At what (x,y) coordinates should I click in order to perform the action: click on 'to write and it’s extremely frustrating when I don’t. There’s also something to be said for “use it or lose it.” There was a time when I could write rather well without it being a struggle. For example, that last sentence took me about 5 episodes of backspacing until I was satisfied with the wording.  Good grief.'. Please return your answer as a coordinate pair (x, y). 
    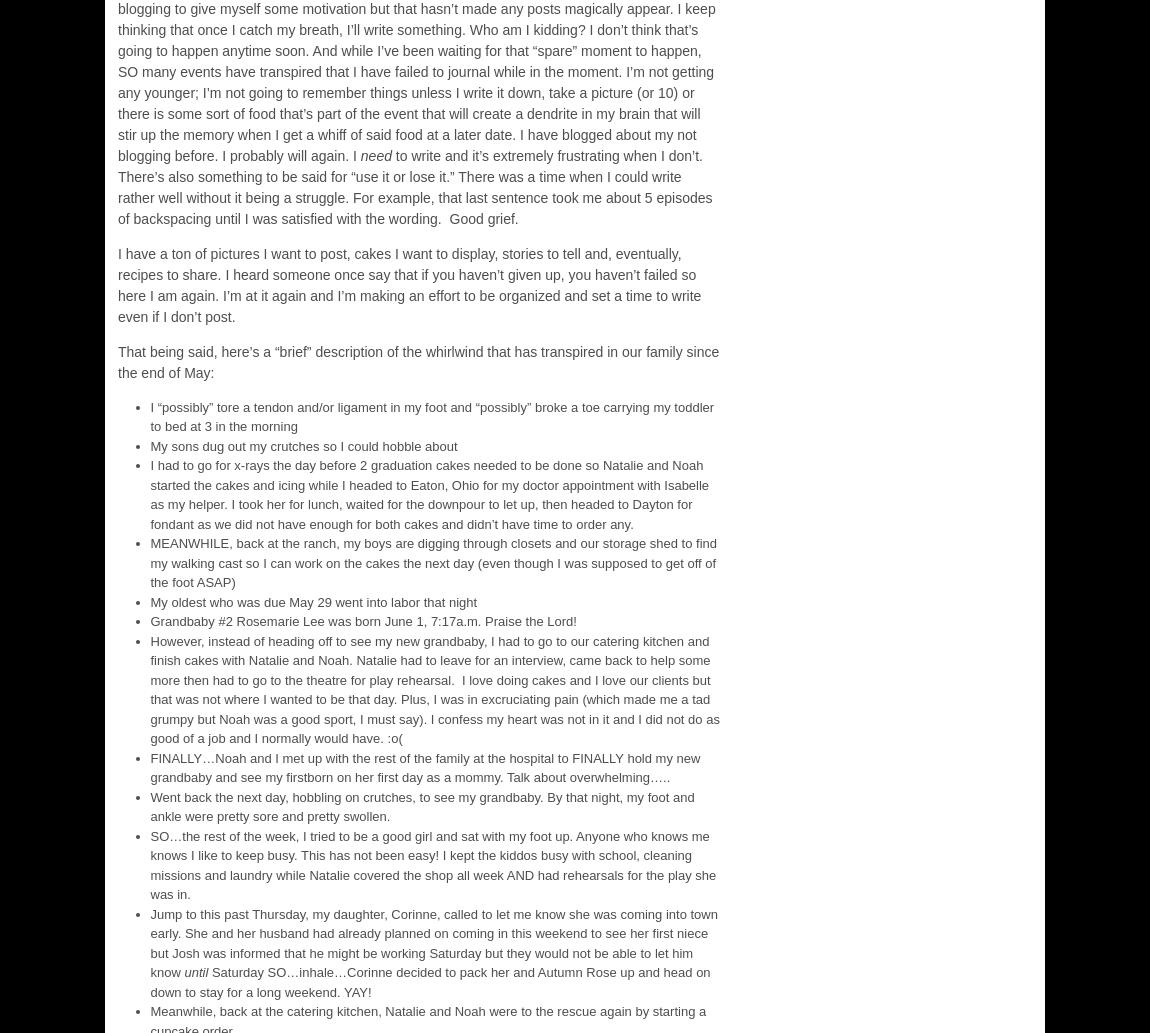
    Looking at the image, I should click on (415, 185).